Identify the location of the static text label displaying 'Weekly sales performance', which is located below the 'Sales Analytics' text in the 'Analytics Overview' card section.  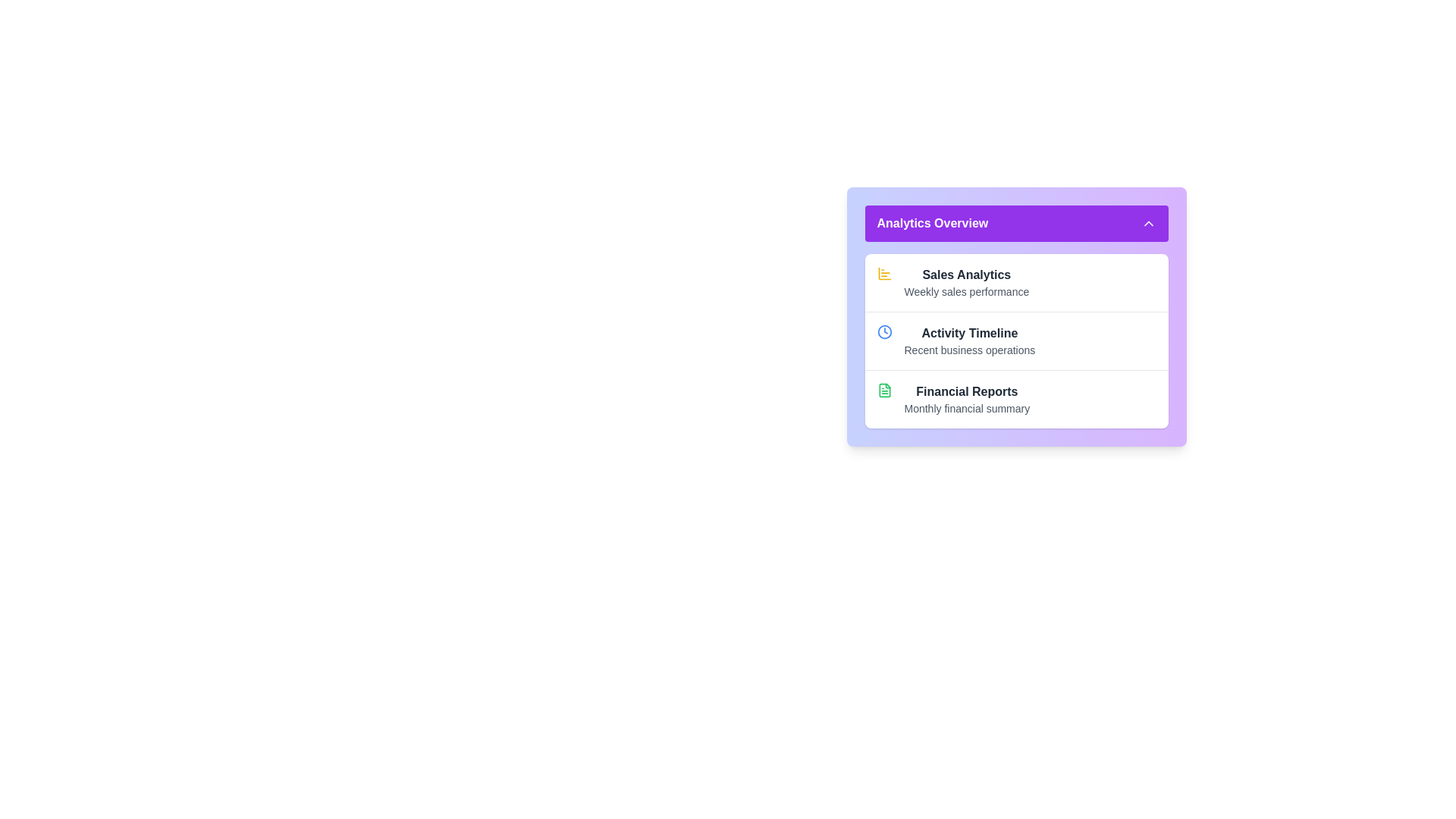
(965, 292).